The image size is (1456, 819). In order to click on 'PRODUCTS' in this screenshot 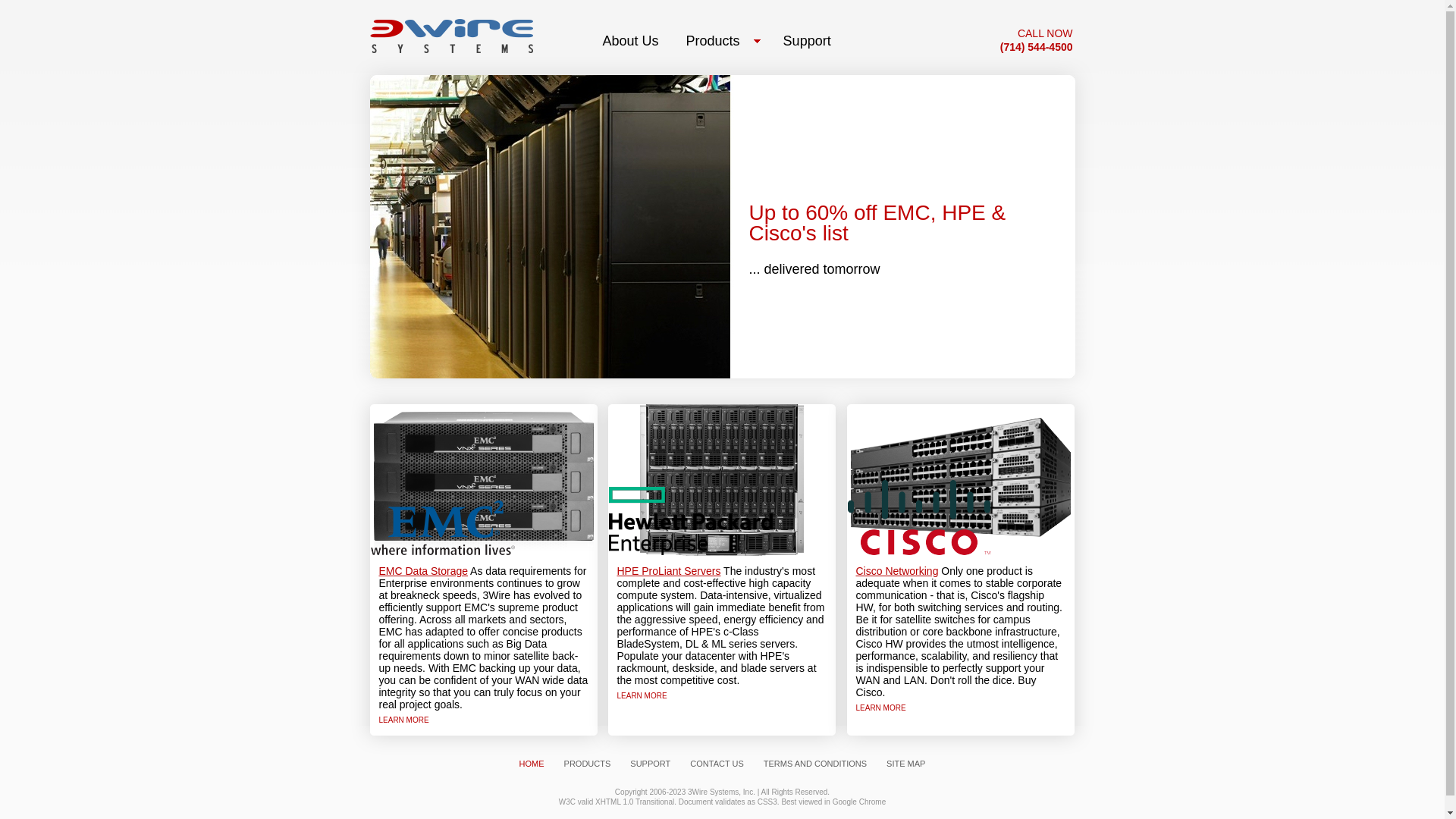, I will do `click(553, 763)`.